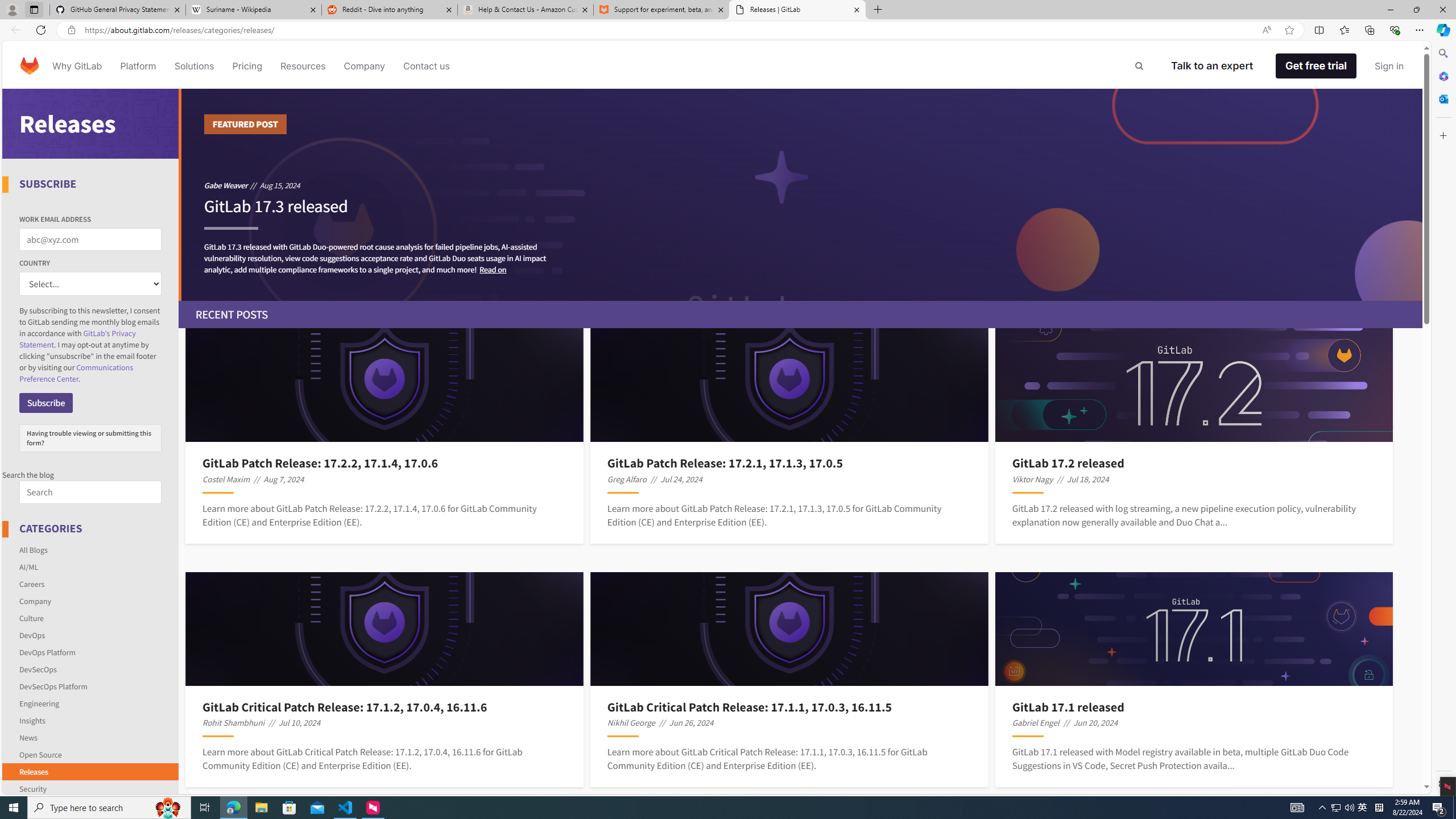 This screenshot has width=1456, height=819. What do you see at coordinates (383, 464) in the screenshot?
I see `'GitLab Patch Release: 17.2.2, 17.1.4, 17.0.6'` at bounding box center [383, 464].